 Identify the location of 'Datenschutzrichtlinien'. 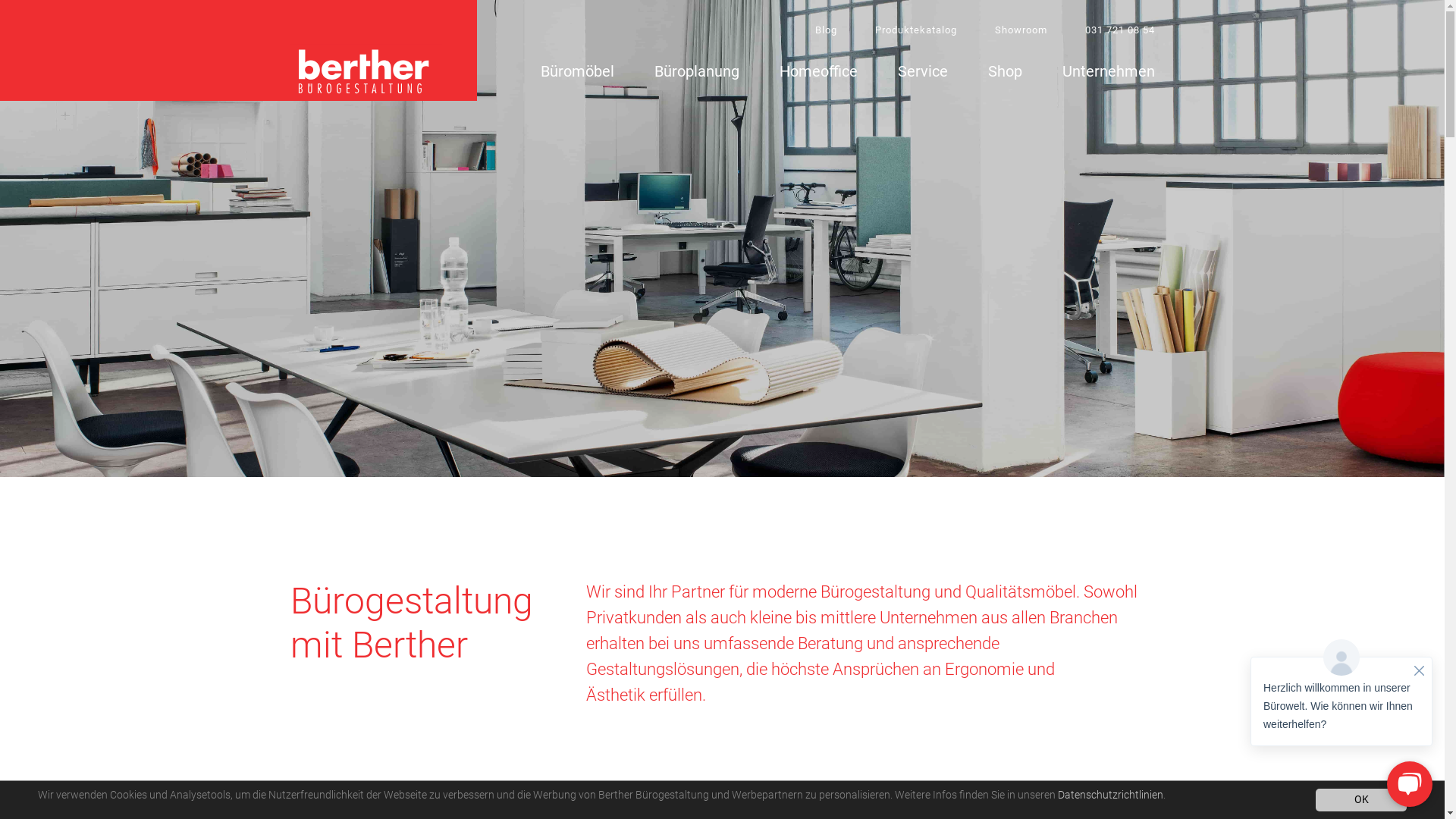
(1109, 794).